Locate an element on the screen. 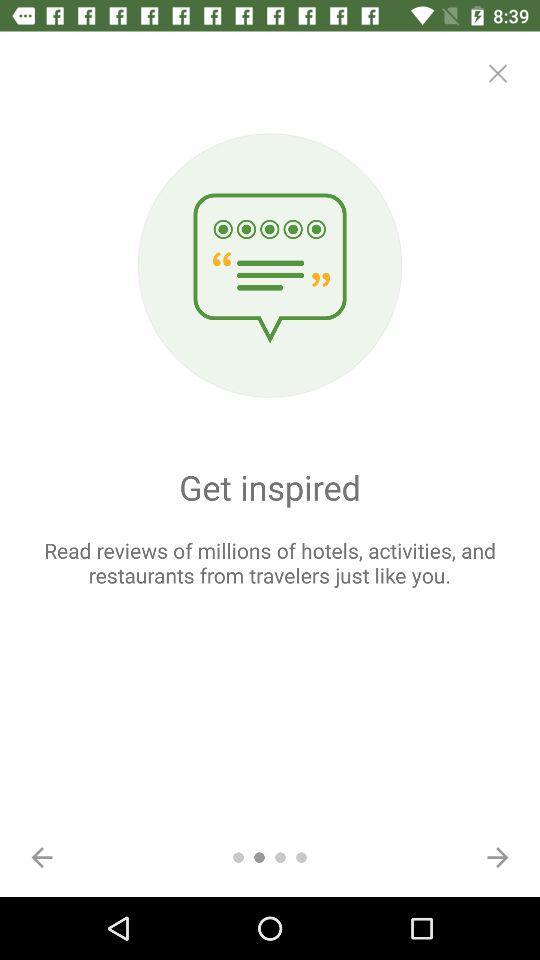  the icon at the bottom right corner is located at coordinates (496, 856).